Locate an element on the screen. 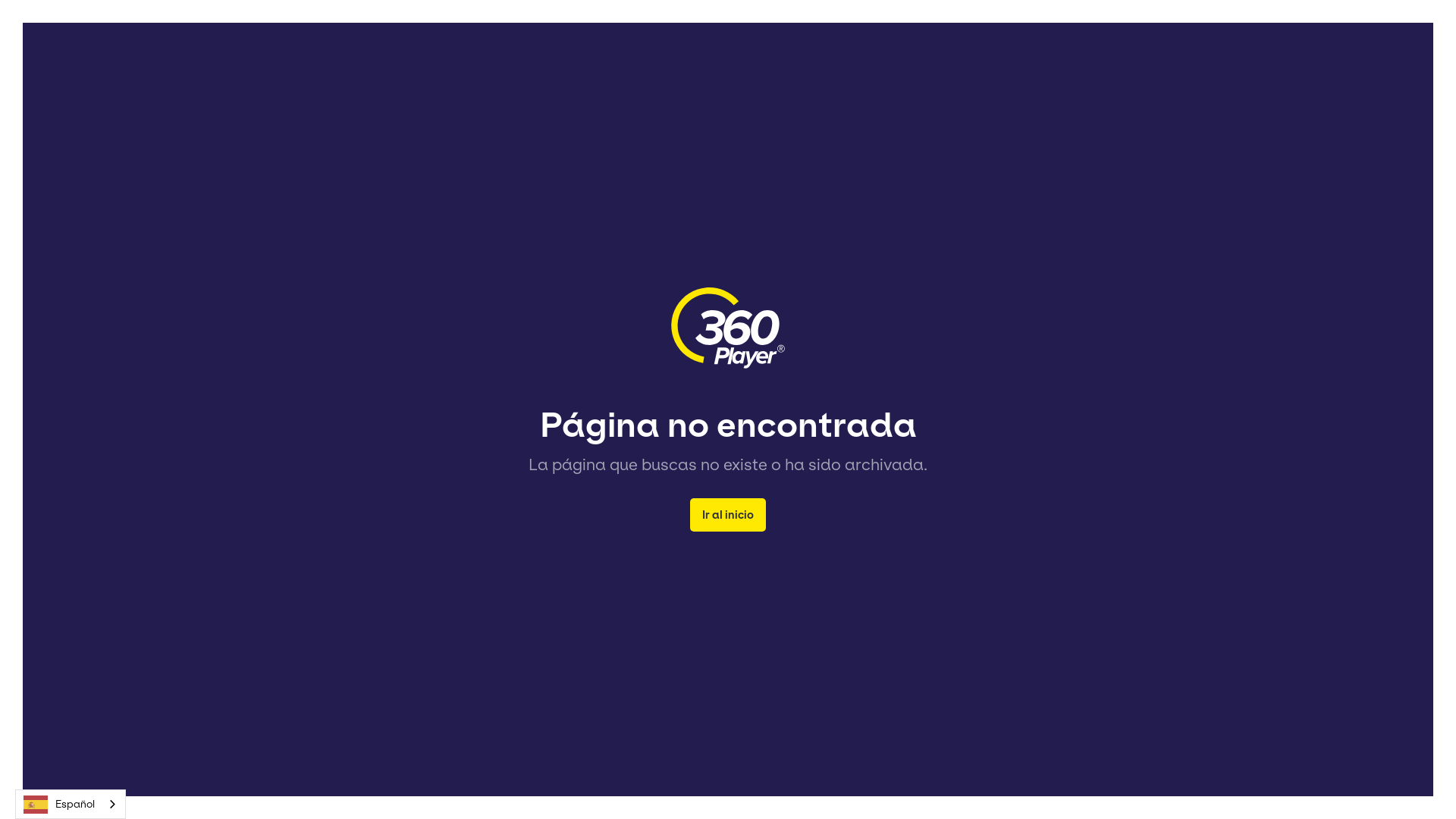 This screenshot has height=819, width=1456. 'Ir al inicio' is located at coordinates (728, 513).